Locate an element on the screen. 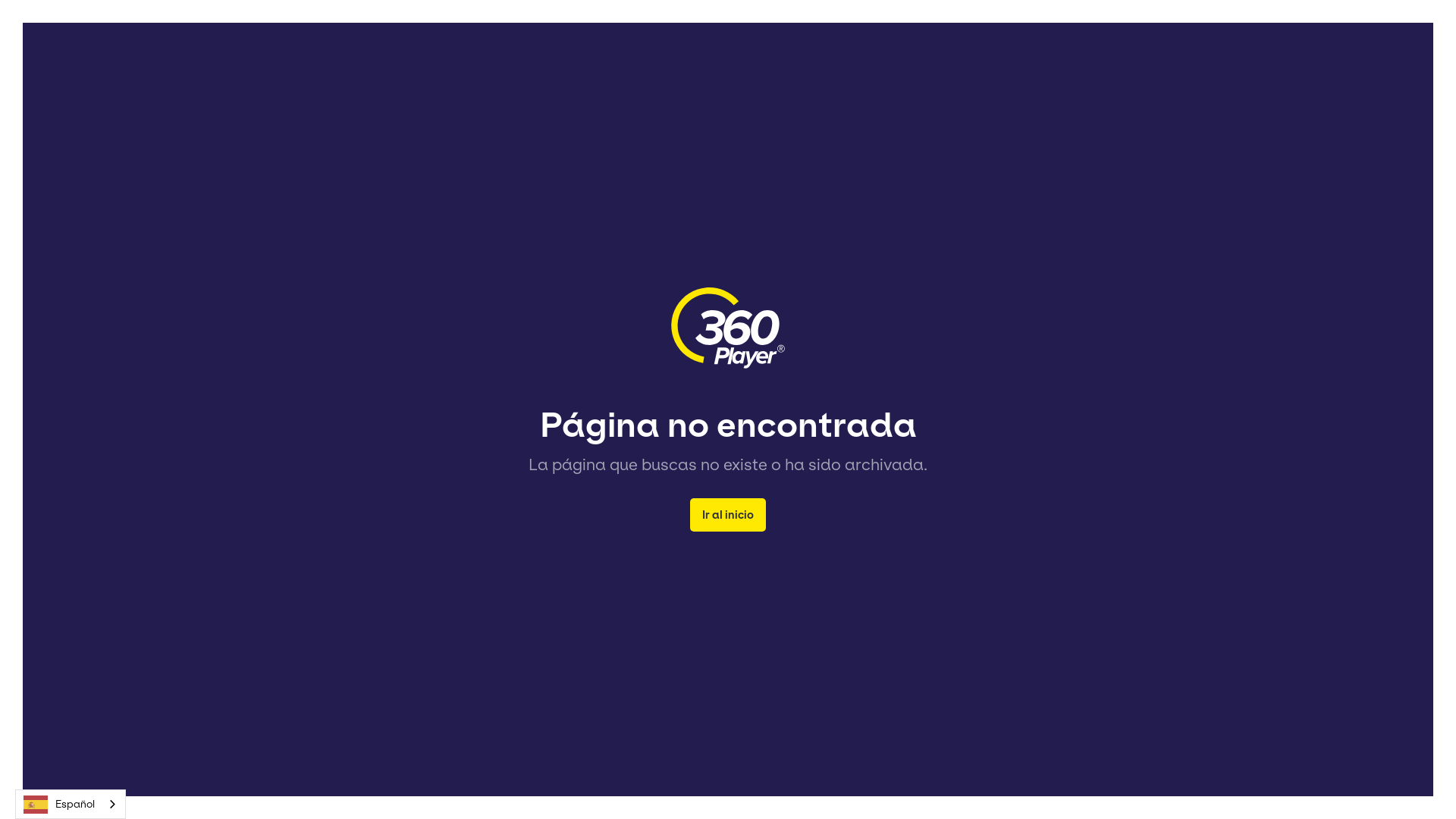 This screenshot has height=819, width=1456. 'Ir al inicio' is located at coordinates (728, 513).